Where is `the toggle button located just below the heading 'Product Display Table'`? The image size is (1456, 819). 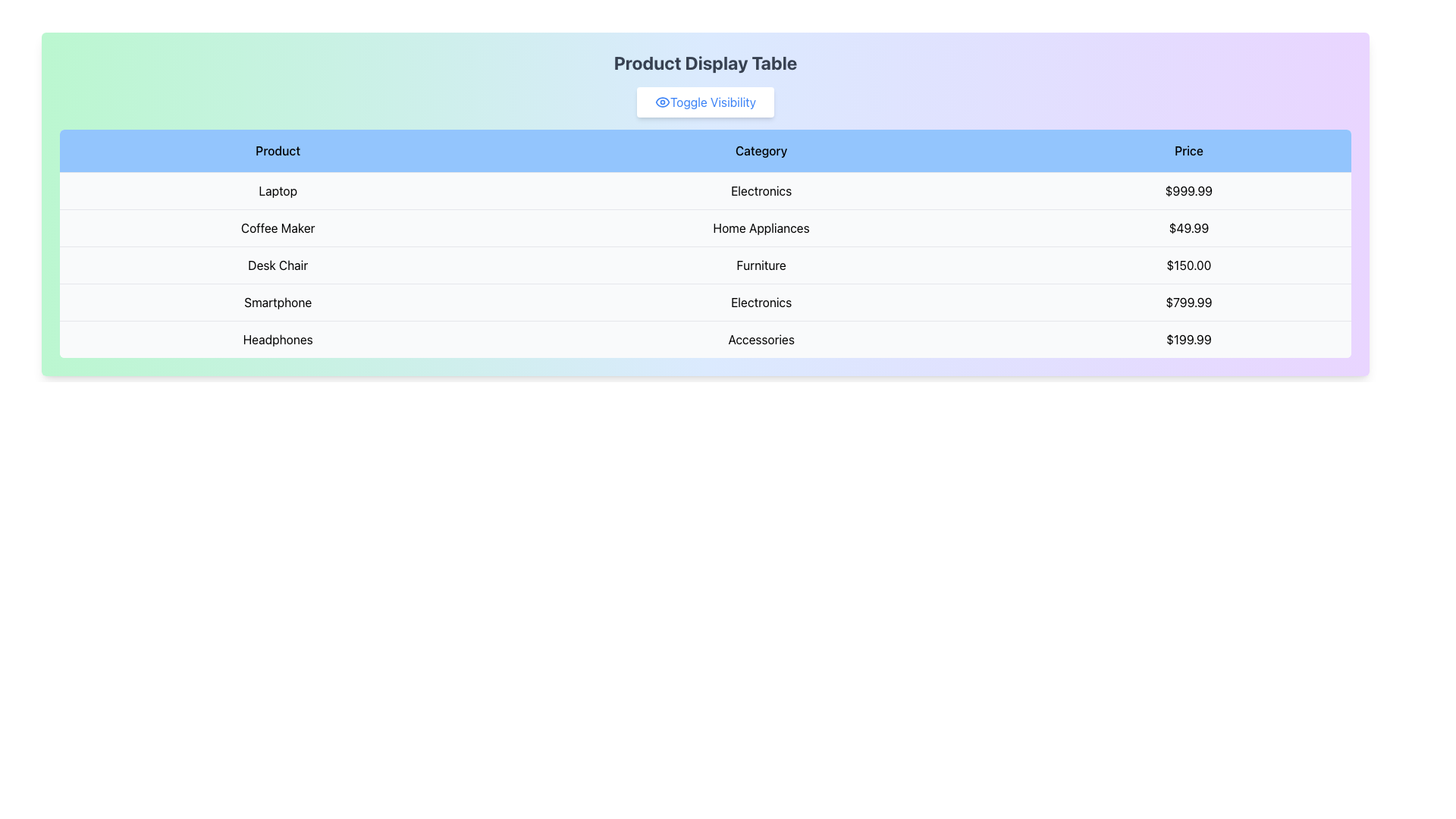
the toggle button located just below the heading 'Product Display Table' is located at coordinates (704, 102).